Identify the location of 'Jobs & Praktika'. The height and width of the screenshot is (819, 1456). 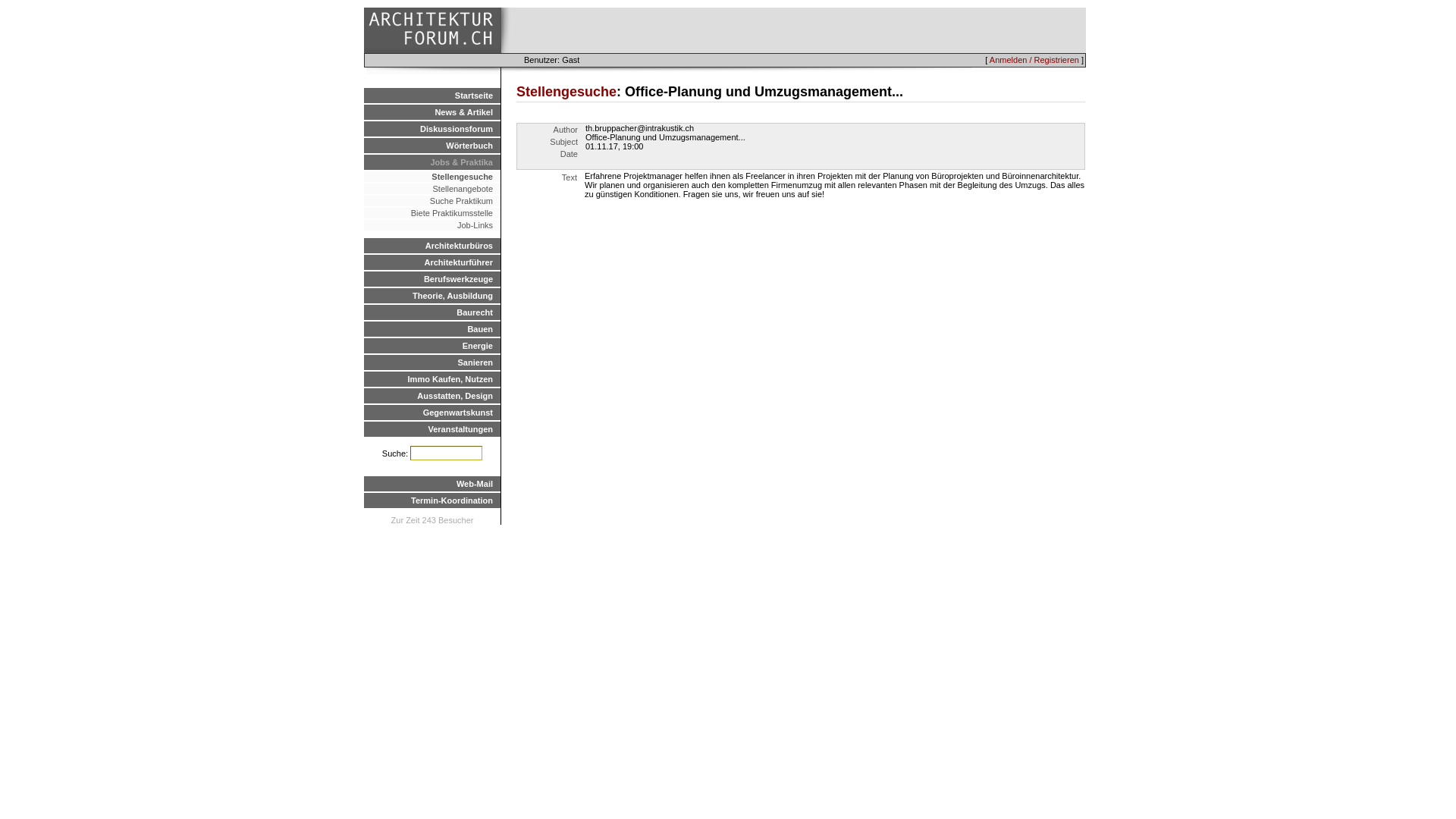
(431, 162).